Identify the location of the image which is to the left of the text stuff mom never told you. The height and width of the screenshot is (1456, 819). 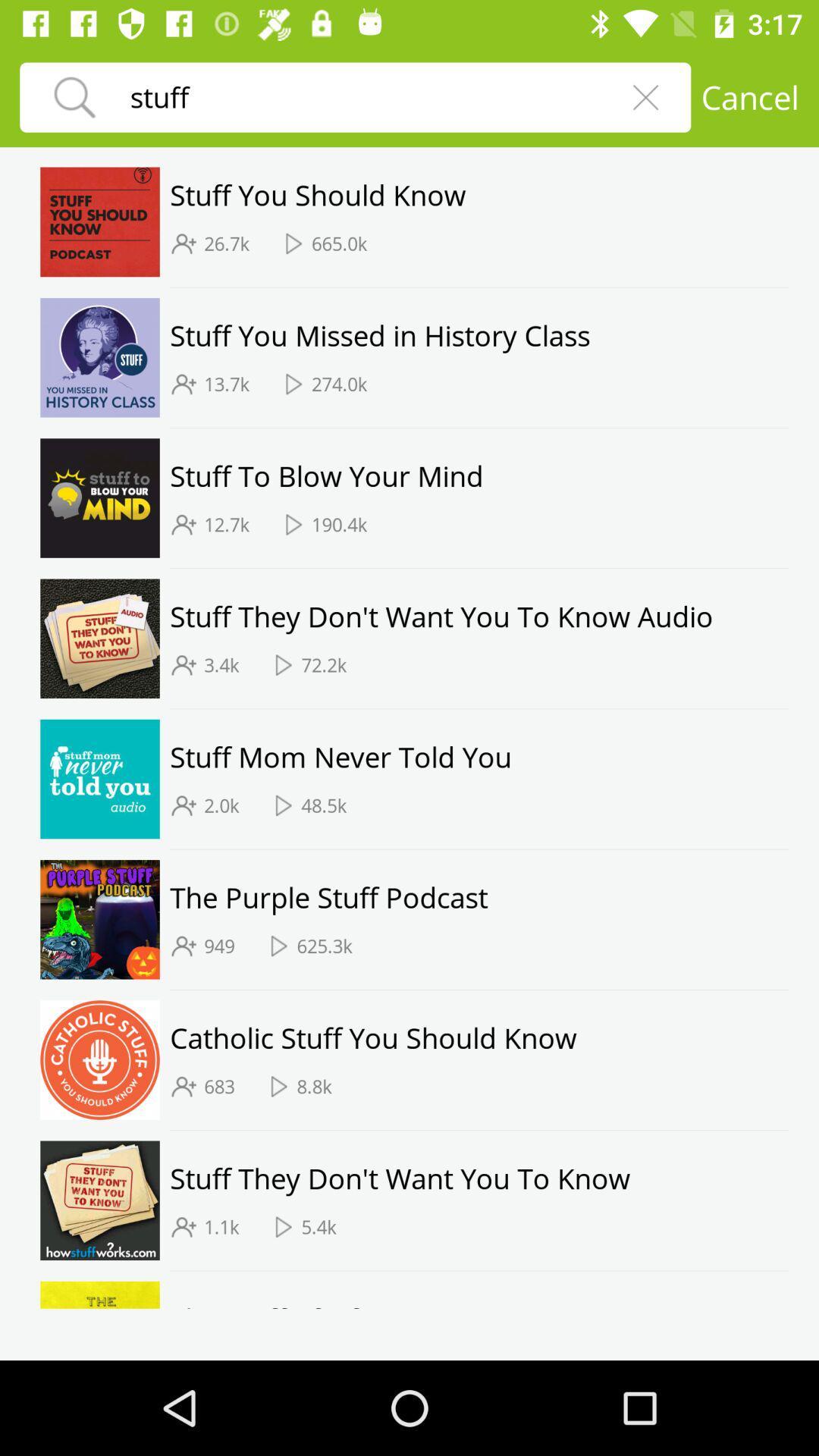
(99, 779).